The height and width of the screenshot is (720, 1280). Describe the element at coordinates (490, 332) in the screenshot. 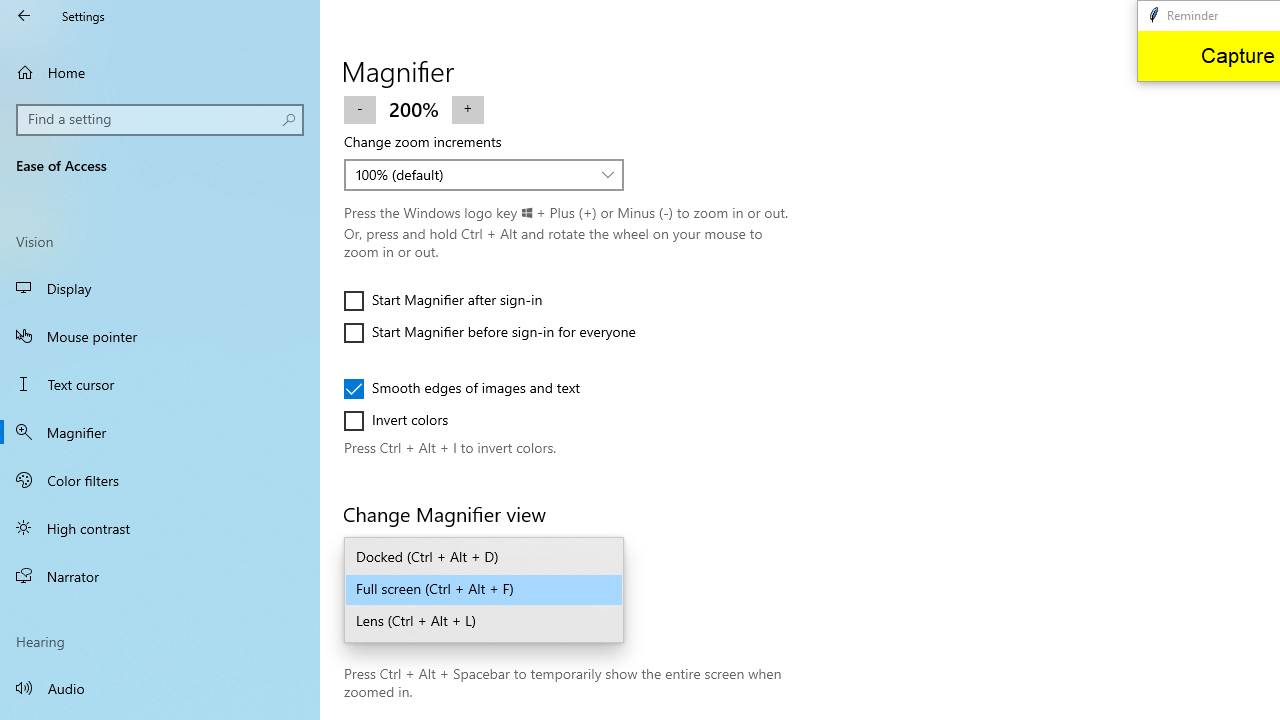

I see `'Start Magnifier before sign-in for everyone'` at that location.